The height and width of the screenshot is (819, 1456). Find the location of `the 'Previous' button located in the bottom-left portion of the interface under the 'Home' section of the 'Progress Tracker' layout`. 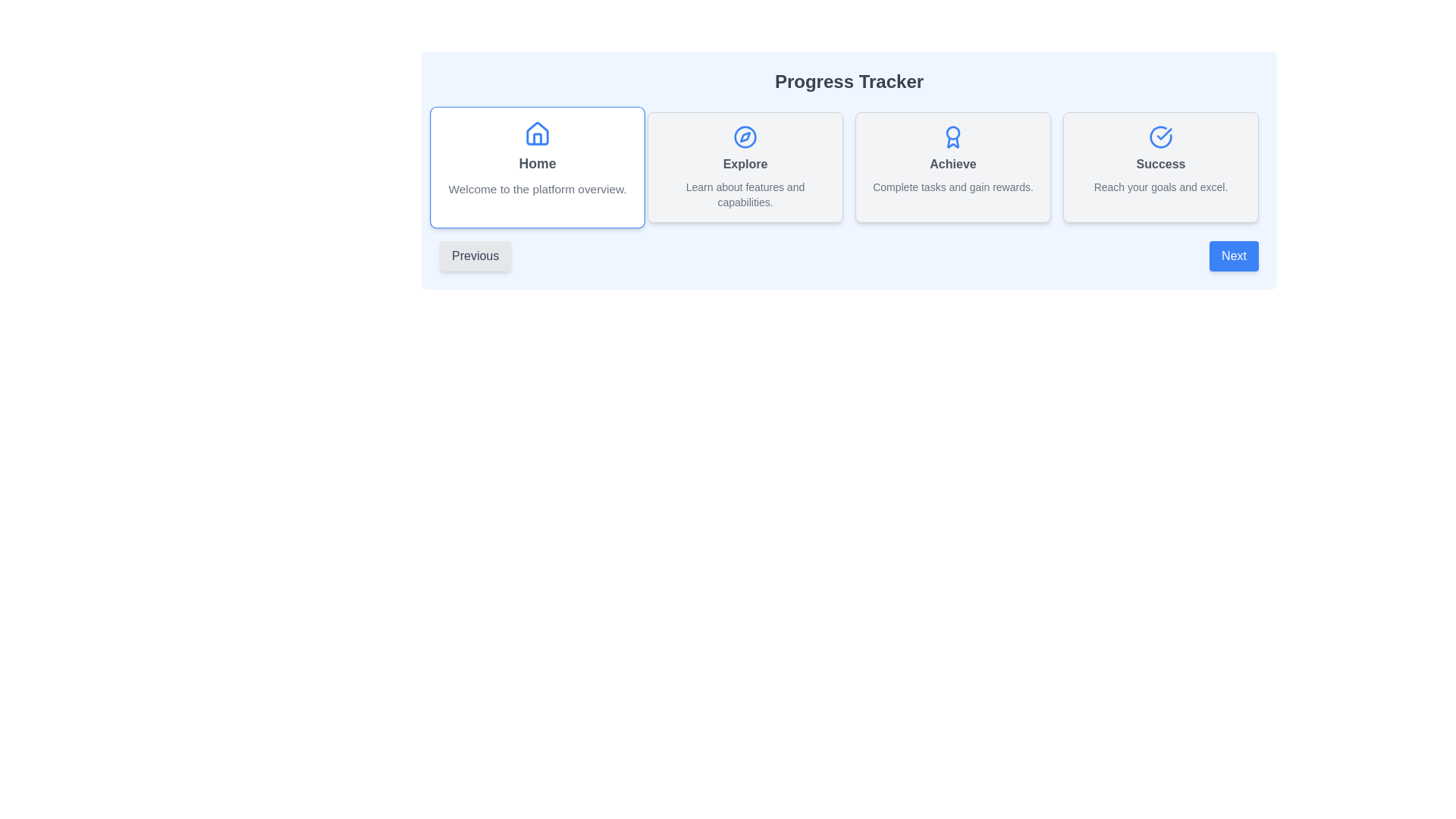

the 'Previous' button located in the bottom-left portion of the interface under the 'Home' section of the 'Progress Tracker' layout is located at coordinates (475, 256).